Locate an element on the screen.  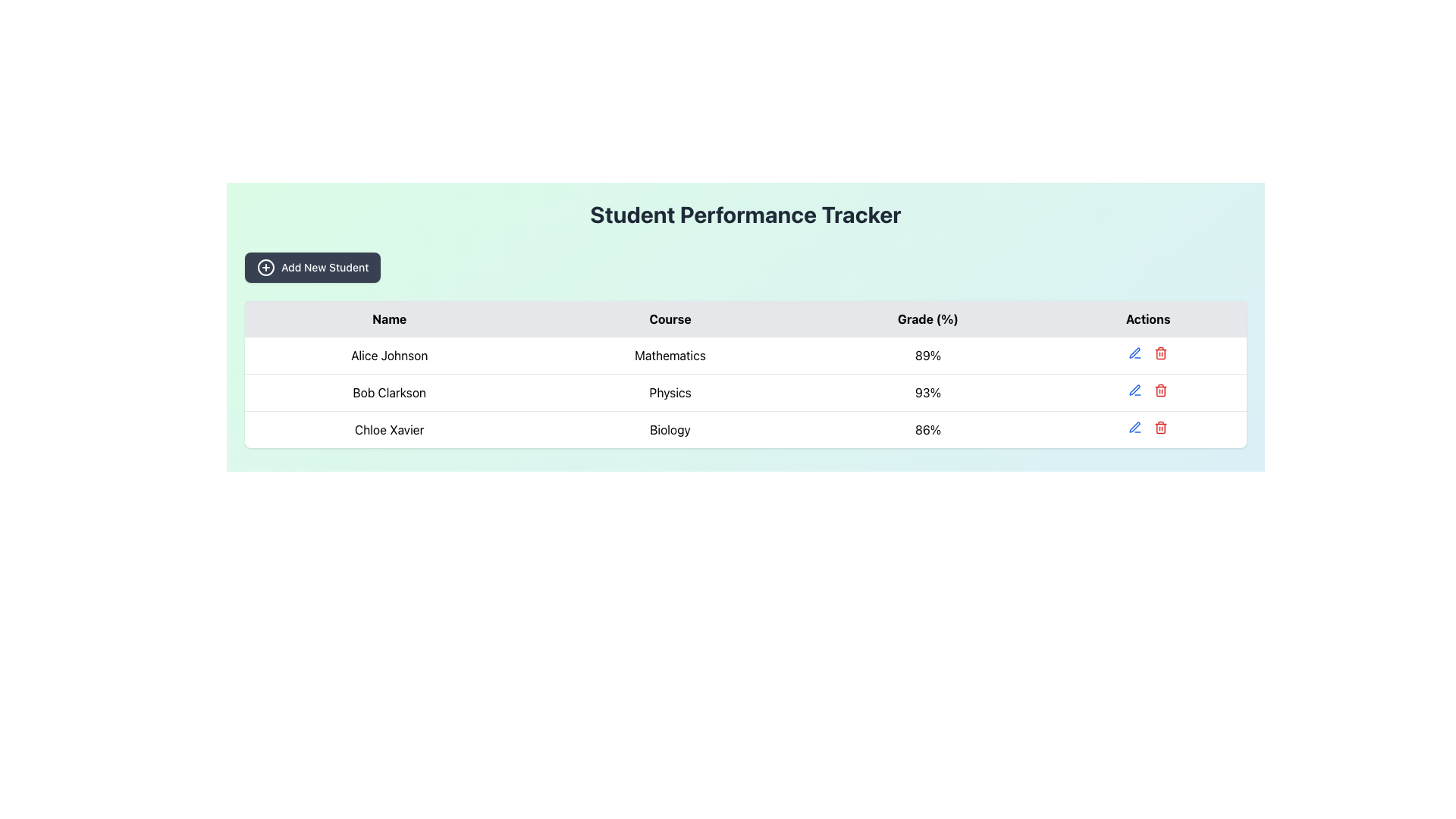
the first icon button in the 'Actions' column of the second row in the table is located at coordinates (1135, 390).